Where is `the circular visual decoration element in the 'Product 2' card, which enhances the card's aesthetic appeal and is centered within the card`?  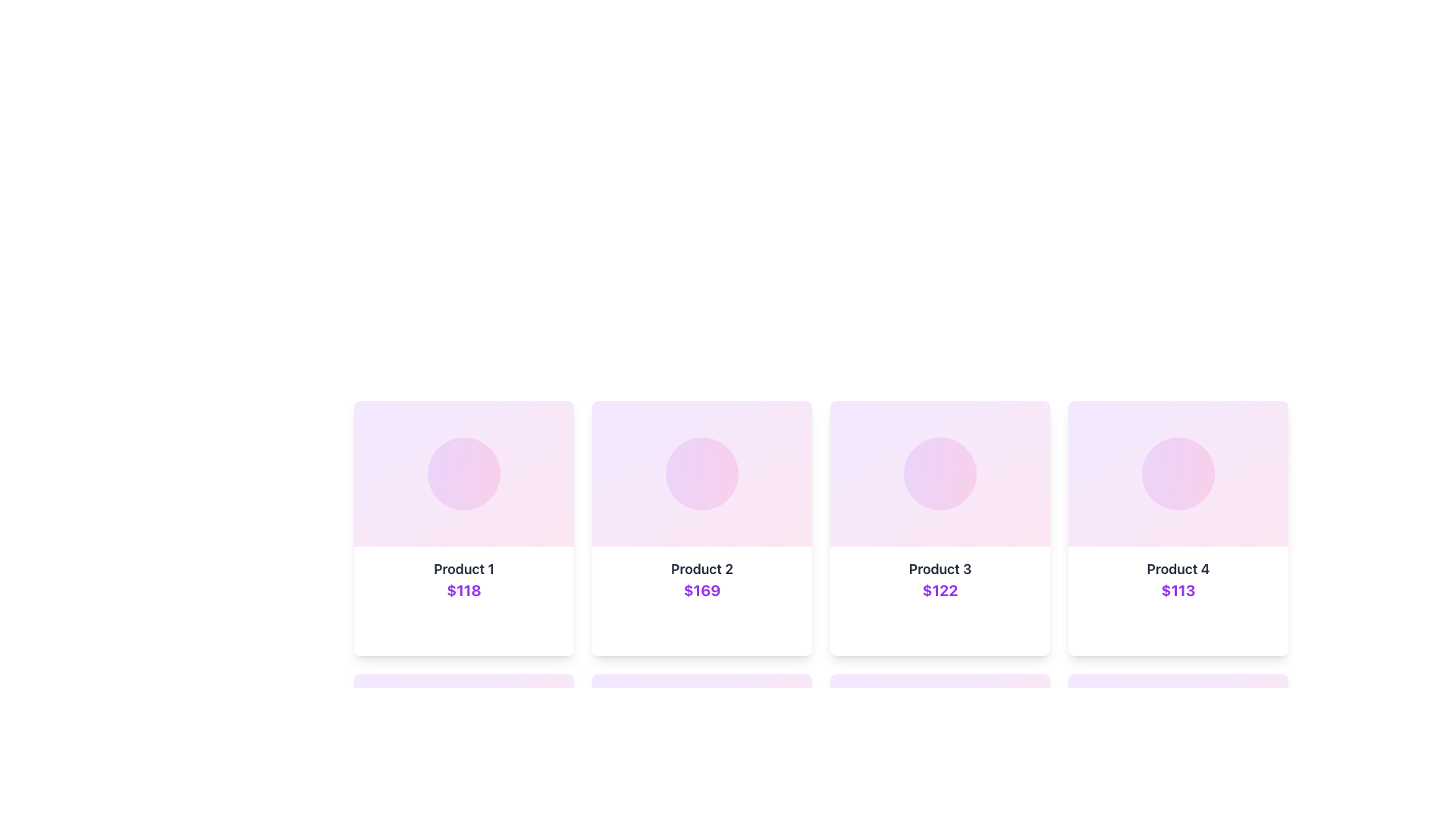
the circular visual decoration element in the 'Product 2' card, which enhances the card's aesthetic appeal and is centered within the card is located at coordinates (701, 472).